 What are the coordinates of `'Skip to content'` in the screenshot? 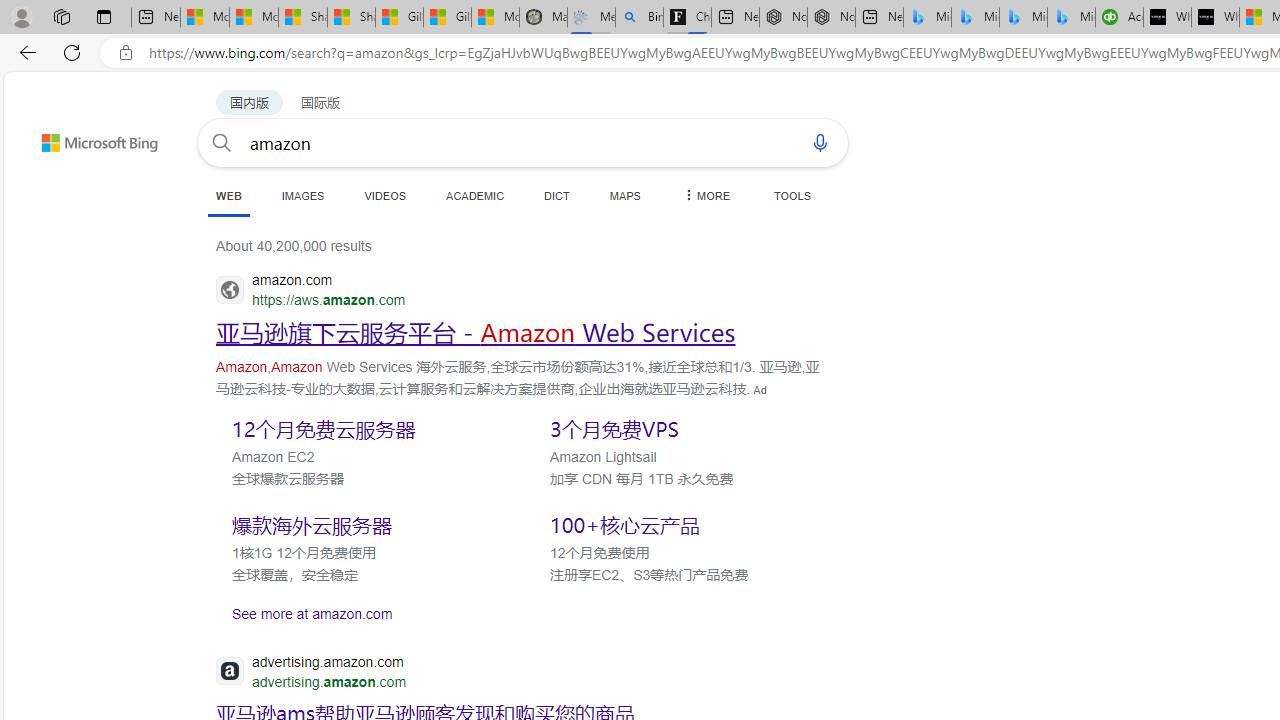 It's located at (64, 133).